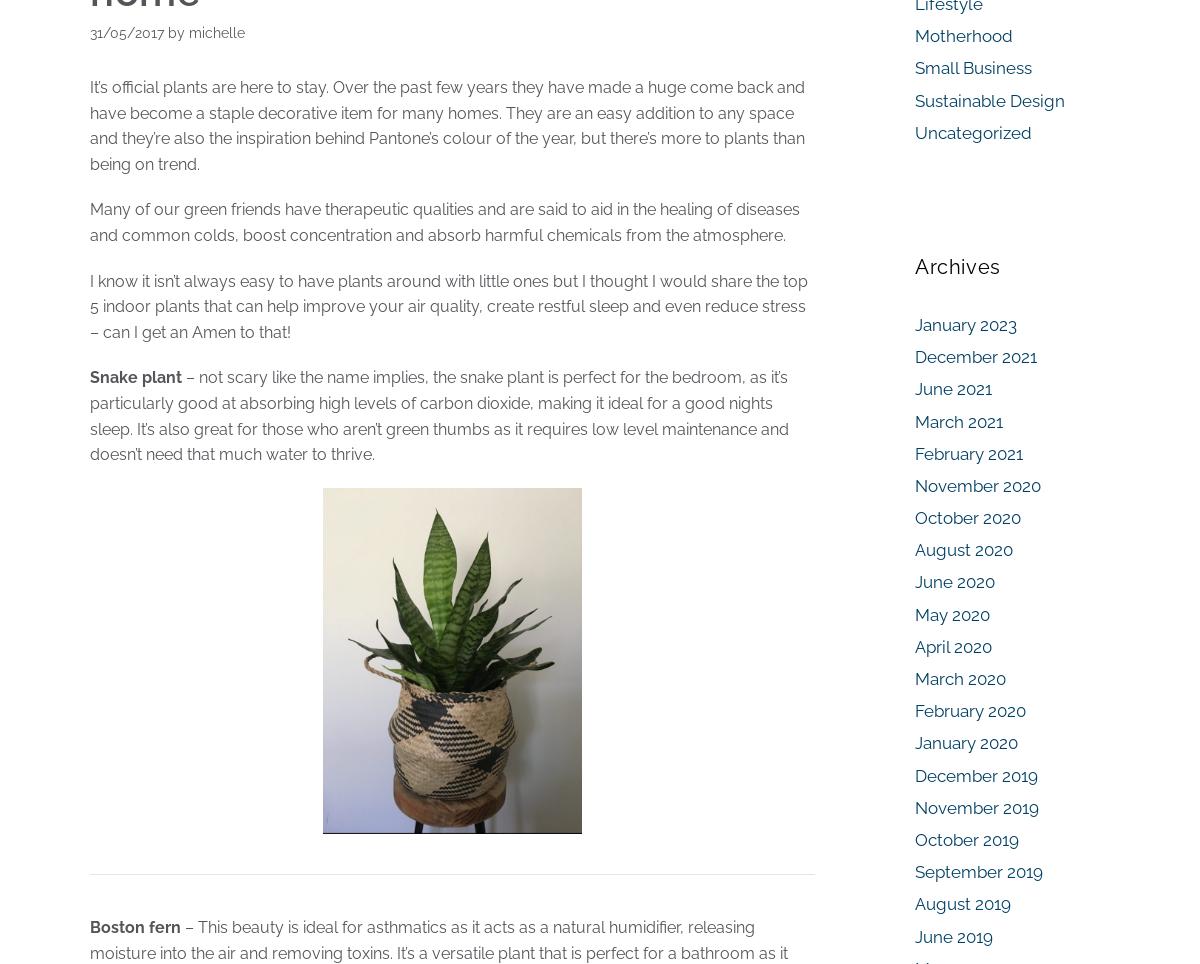 This screenshot has width=1200, height=964. What do you see at coordinates (977, 805) in the screenshot?
I see `'November 2019'` at bounding box center [977, 805].